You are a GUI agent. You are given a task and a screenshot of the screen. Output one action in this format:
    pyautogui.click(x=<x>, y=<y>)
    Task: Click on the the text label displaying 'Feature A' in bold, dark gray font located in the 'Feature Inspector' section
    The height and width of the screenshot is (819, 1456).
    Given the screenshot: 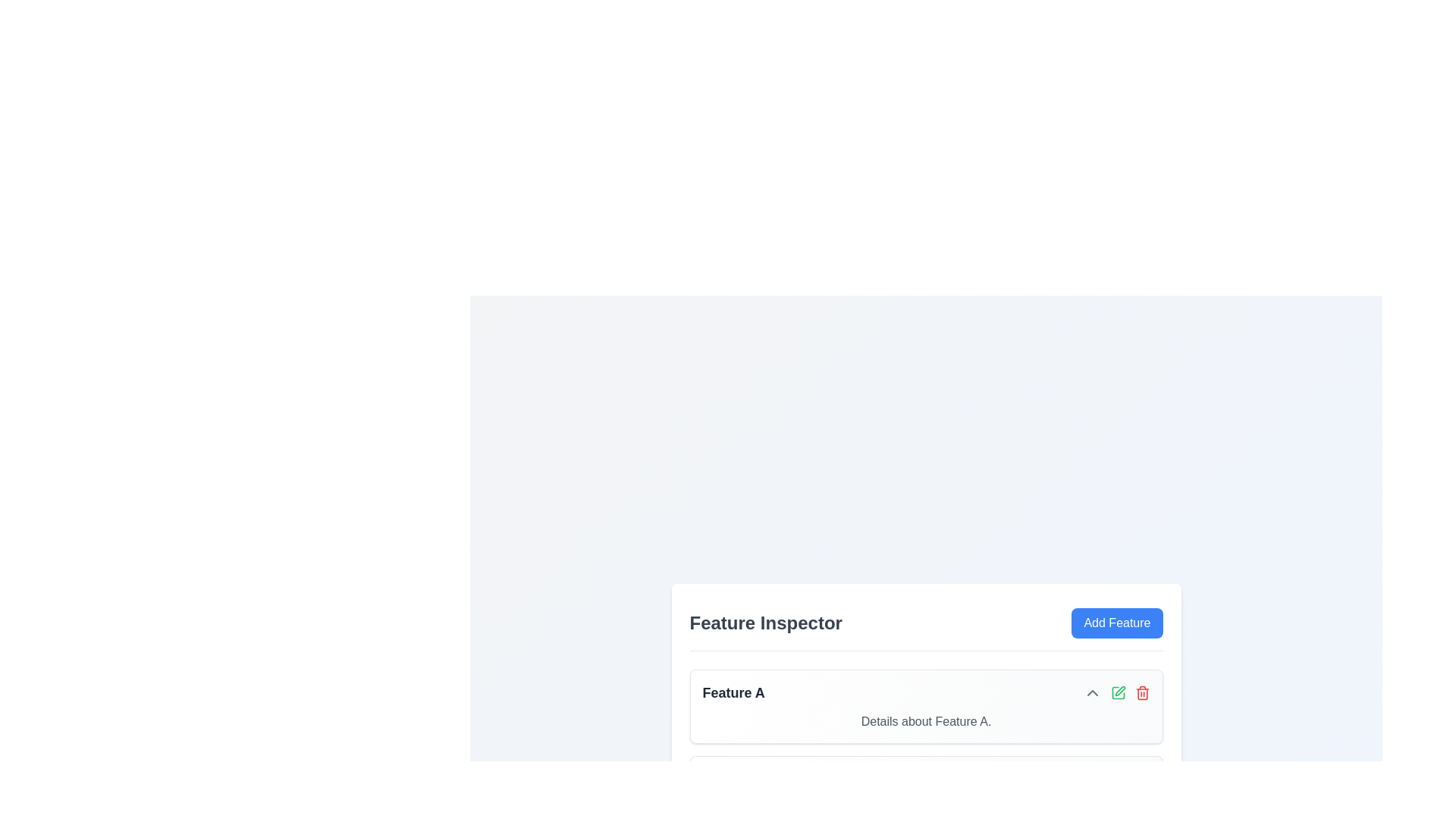 What is the action you would take?
    pyautogui.click(x=733, y=692)
    